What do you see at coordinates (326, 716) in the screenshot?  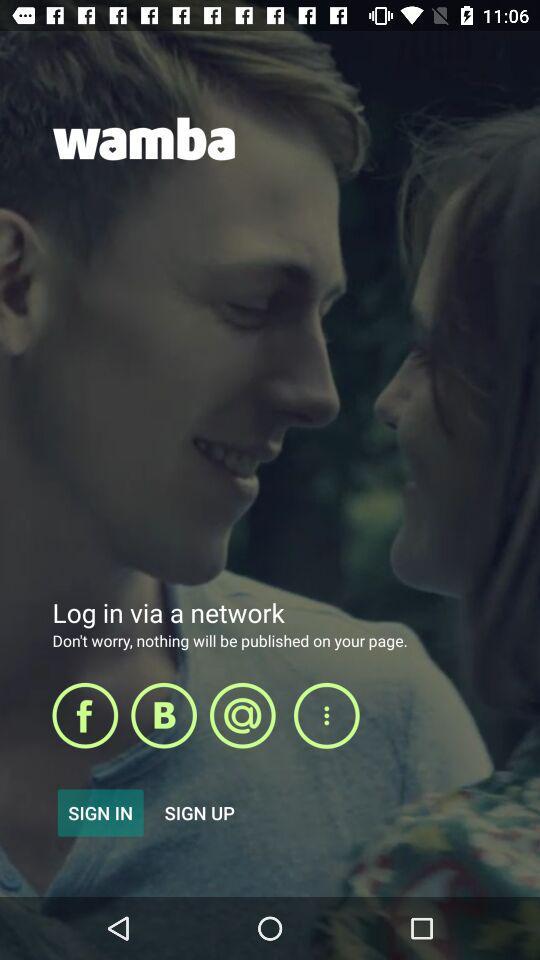 I see `more options` at bounding box center [326, 716].